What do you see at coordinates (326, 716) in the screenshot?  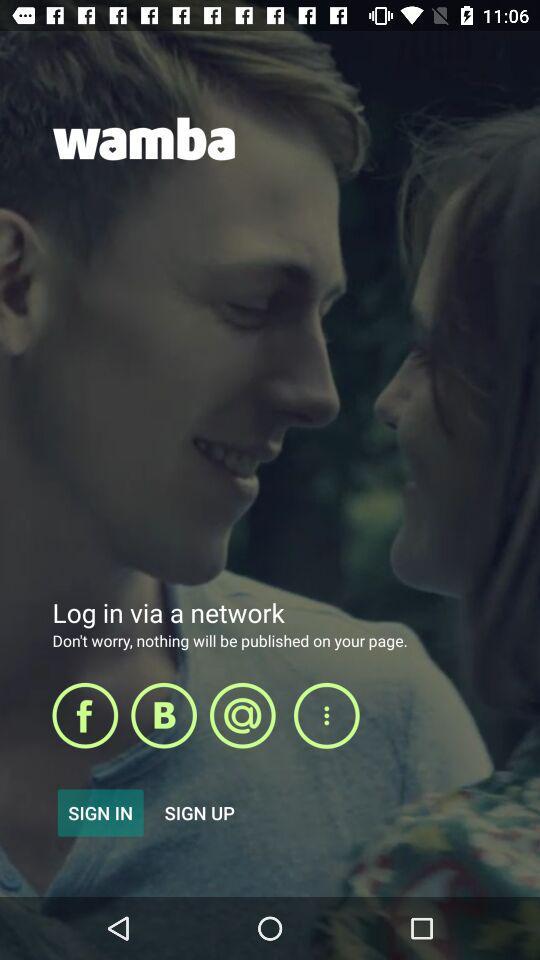 I see `more options` at bounding box center [326, 716].